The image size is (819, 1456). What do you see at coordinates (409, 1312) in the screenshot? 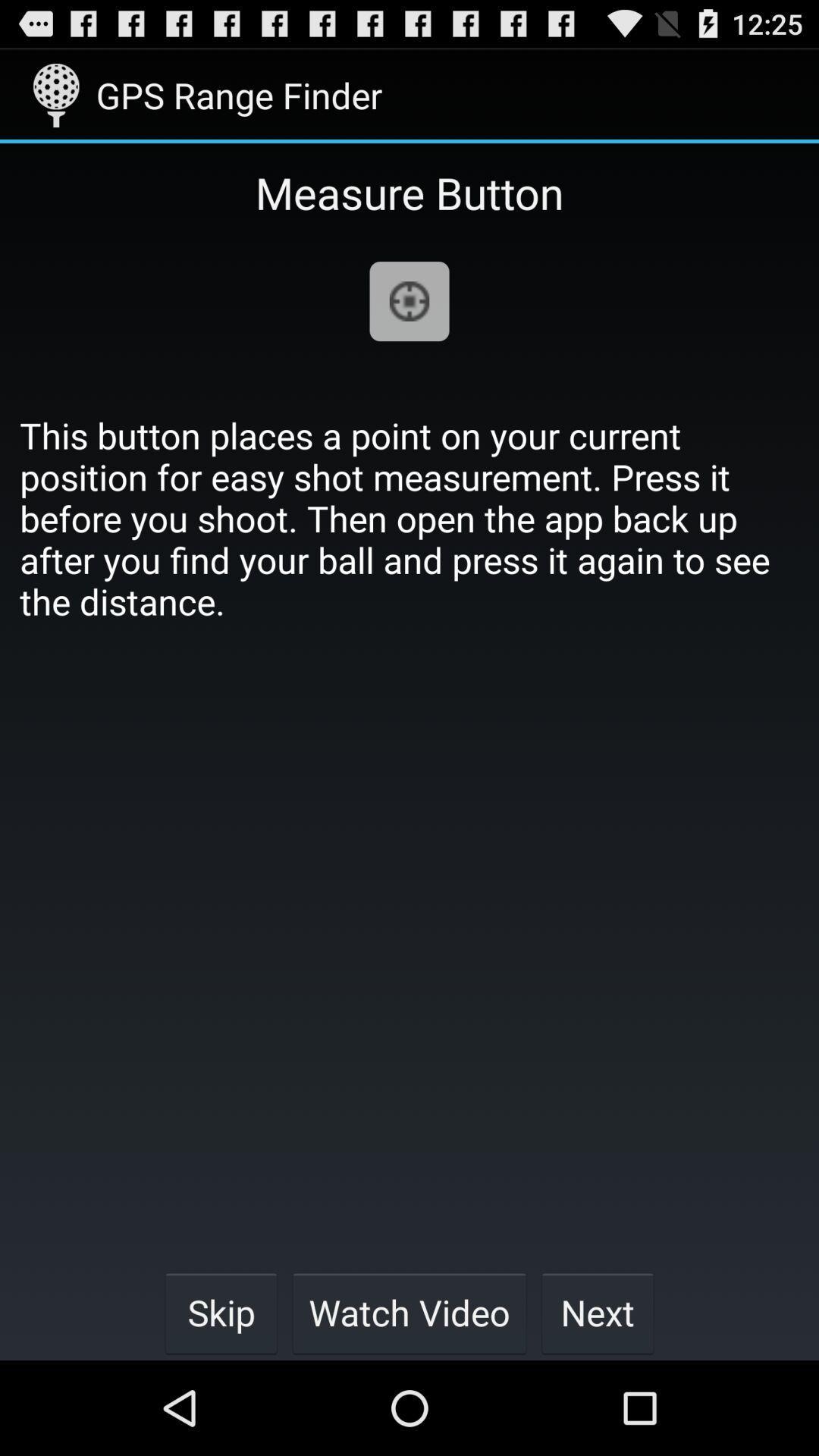
I see `the item next to next button` at bounding box center [409, 1312].